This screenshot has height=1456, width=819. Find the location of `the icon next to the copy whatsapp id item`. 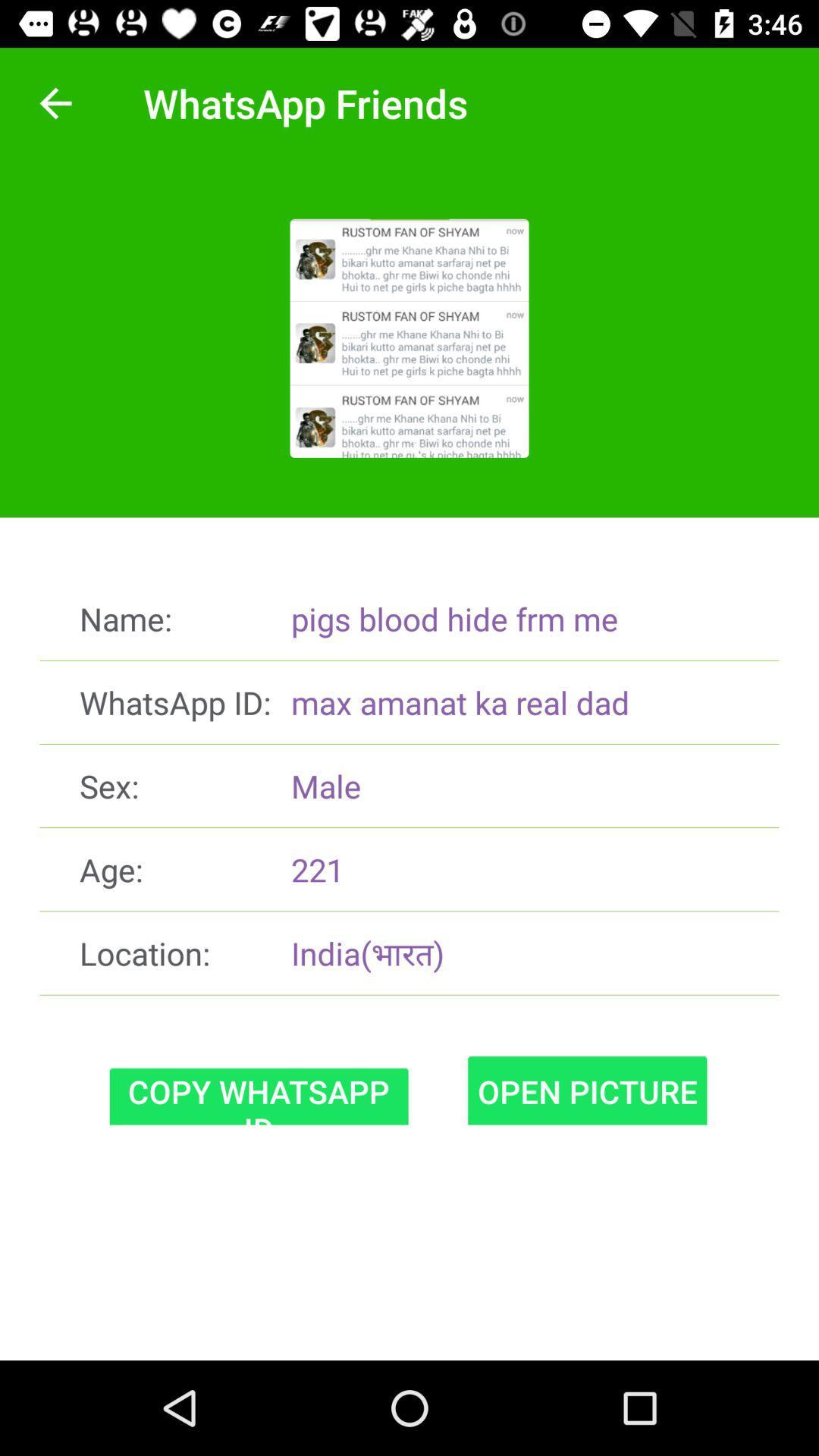

the icon next to the copy whatsapp id item is located at coordinates (586, 1089).